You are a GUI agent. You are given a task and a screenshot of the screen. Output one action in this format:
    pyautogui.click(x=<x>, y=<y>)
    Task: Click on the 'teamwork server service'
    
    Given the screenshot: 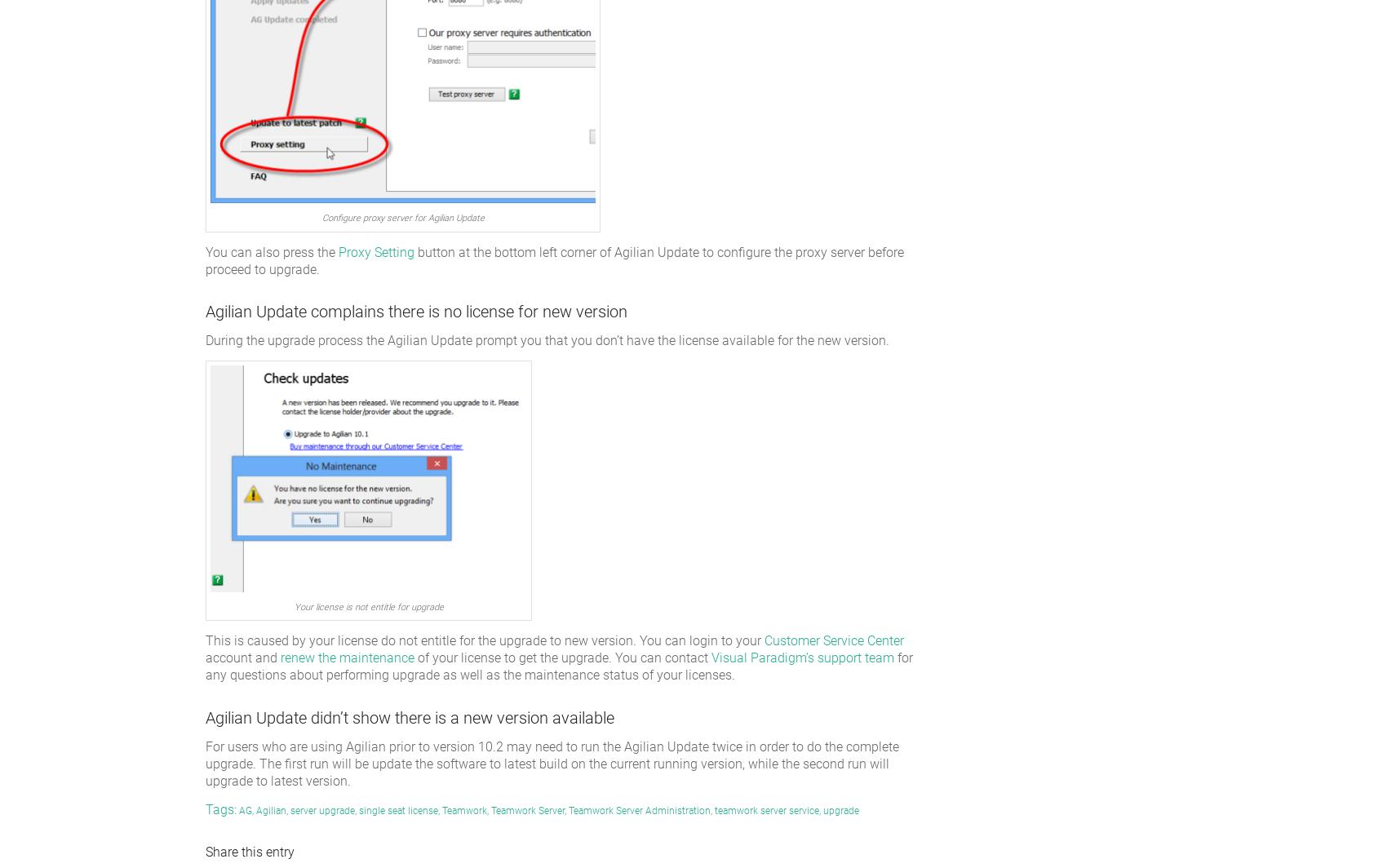 What is the action you would take?
    pyautogui.click(x=766, y=810)
    